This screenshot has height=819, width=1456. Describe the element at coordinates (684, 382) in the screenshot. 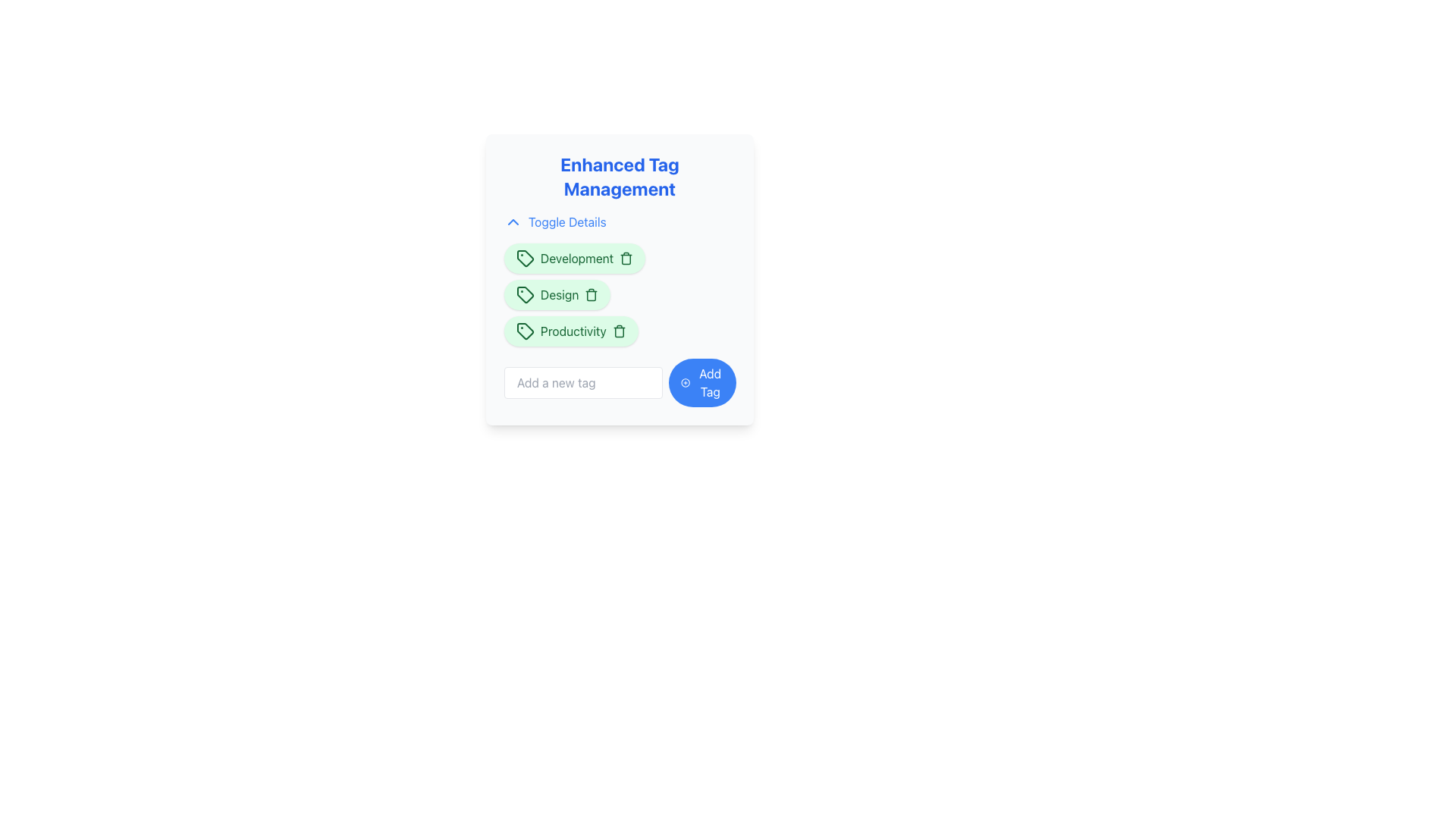

I see `the SVG icon with a circle outline and a plus sign, which is located near the bottom-right of the 'Add Tag' button` at that location.